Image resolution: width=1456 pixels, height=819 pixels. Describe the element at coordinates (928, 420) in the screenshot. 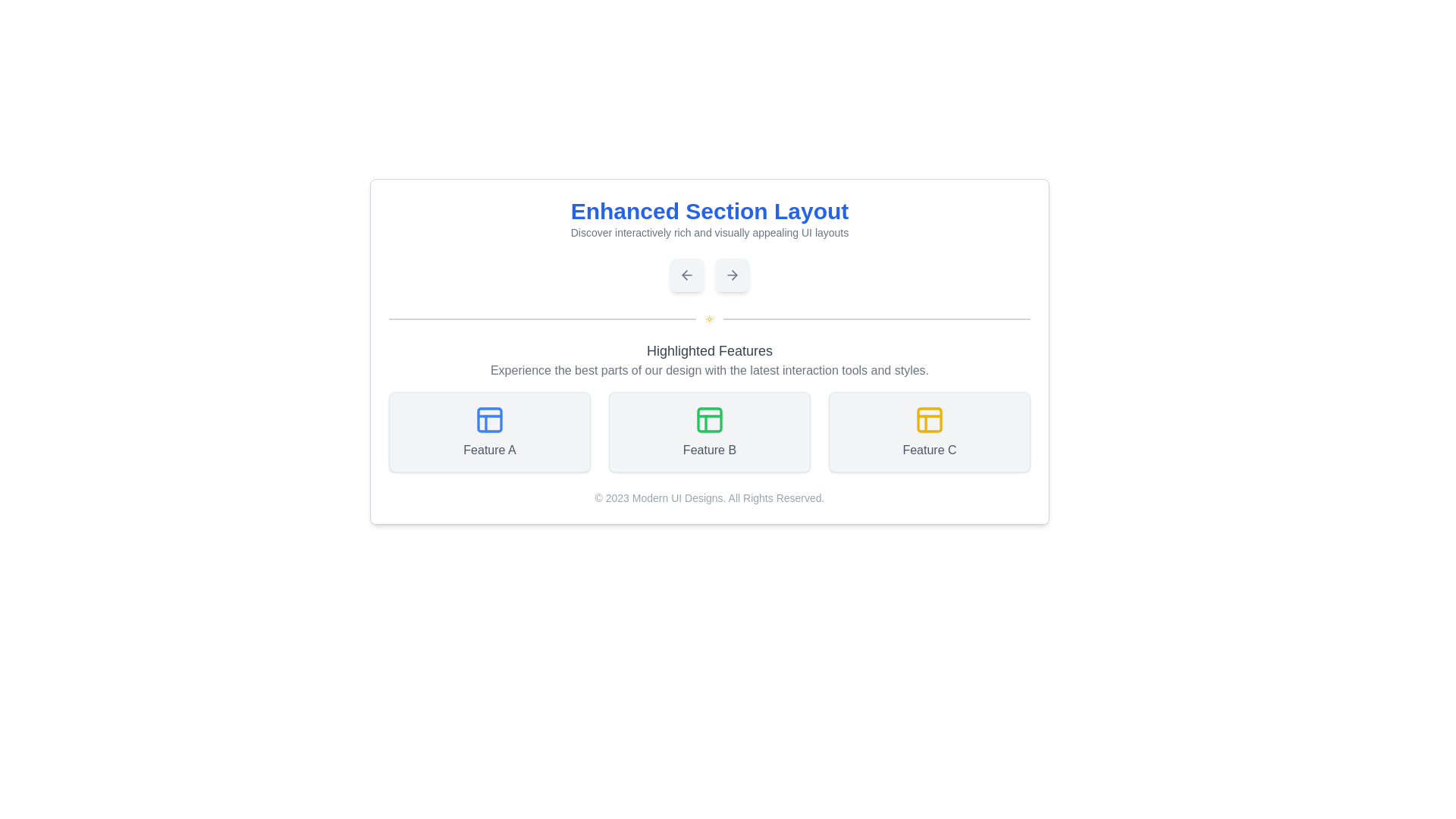

I see `the distinctive yellow icon with a square and two intersecting lines located above the label 'Feature C' in the card on the rightmost side of the layout` at that location.